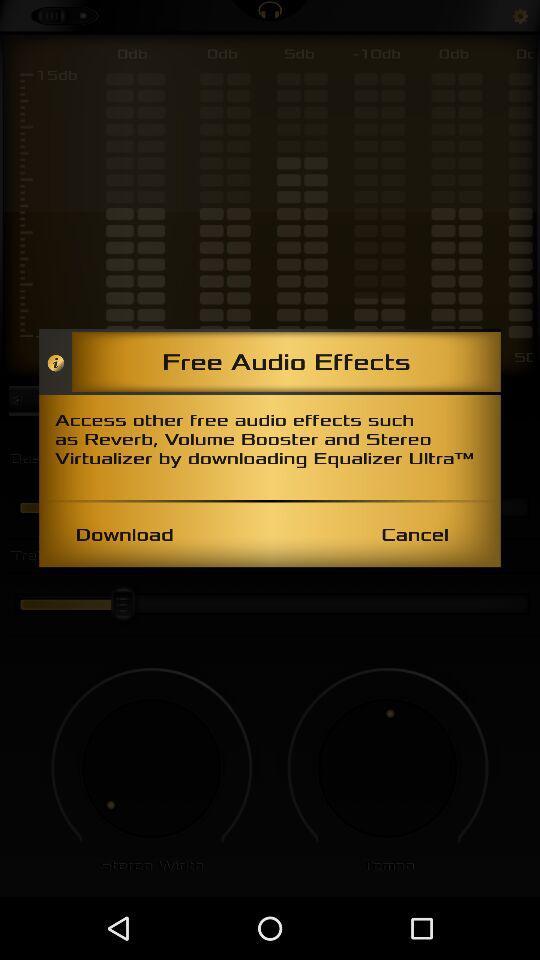 The height and width of the screenshot is (960, 540). I want to click on the cancel item, so click(414, 533).